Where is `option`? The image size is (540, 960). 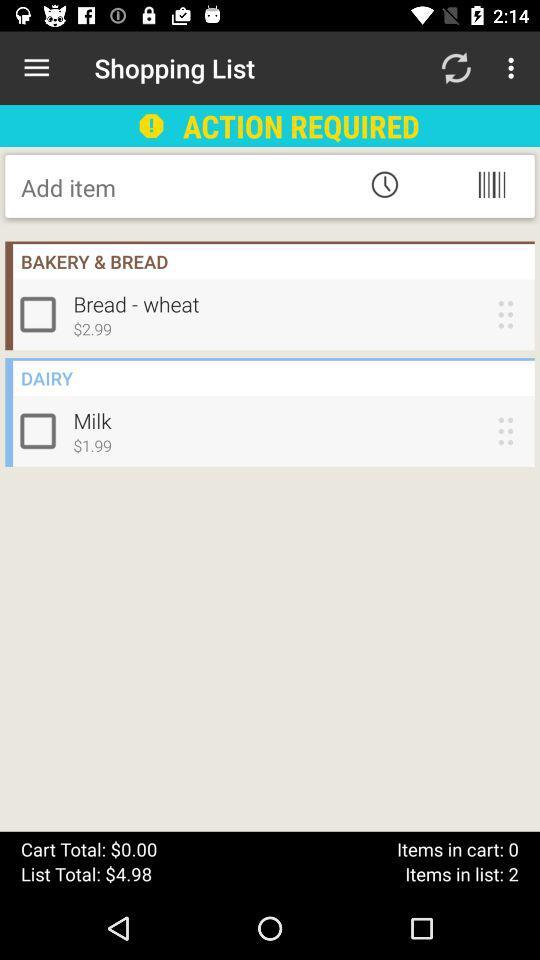
option is located at coordinates (42, 314).